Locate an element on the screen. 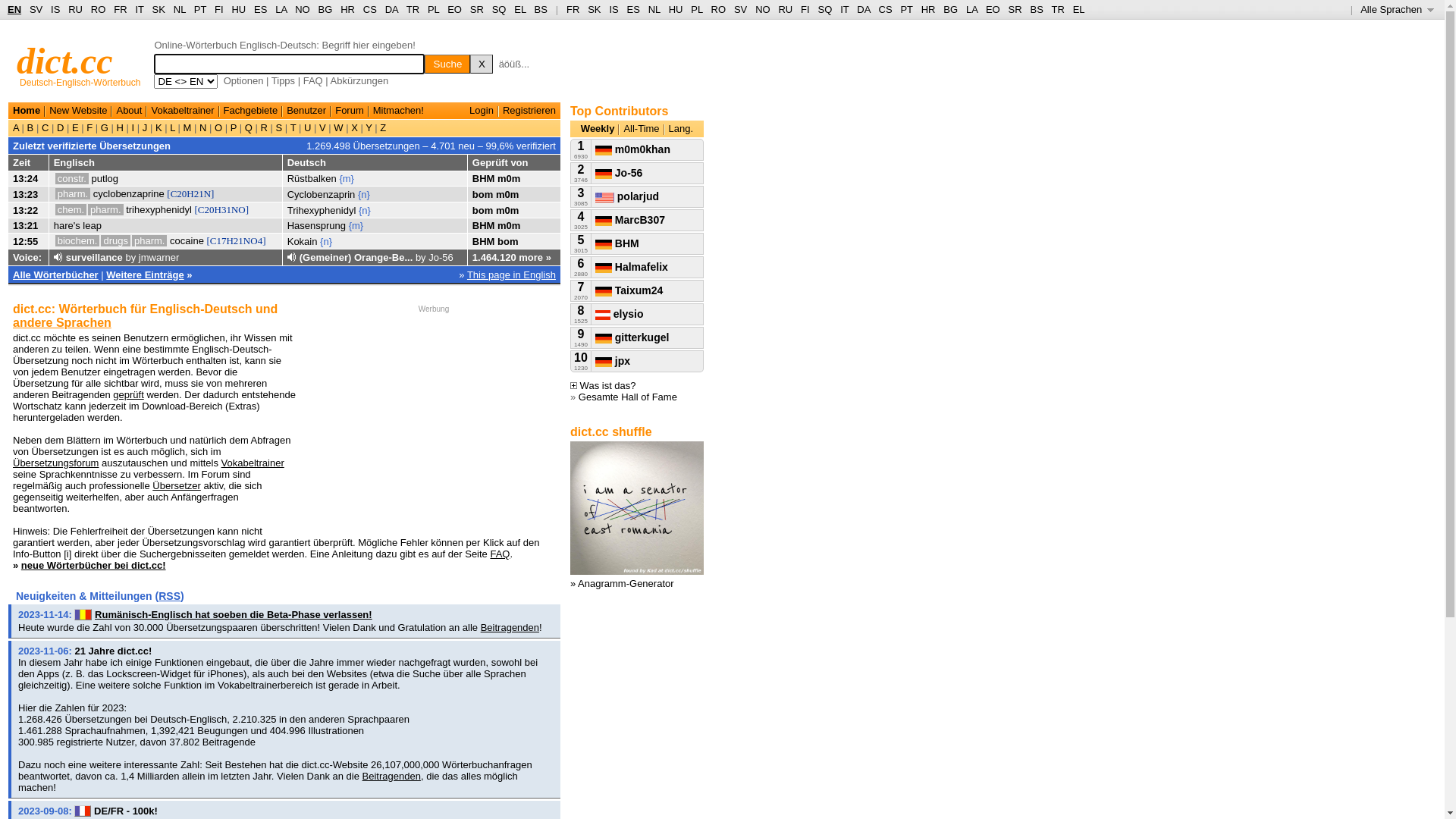  'polarjud' is located at coordinates (595, 195).